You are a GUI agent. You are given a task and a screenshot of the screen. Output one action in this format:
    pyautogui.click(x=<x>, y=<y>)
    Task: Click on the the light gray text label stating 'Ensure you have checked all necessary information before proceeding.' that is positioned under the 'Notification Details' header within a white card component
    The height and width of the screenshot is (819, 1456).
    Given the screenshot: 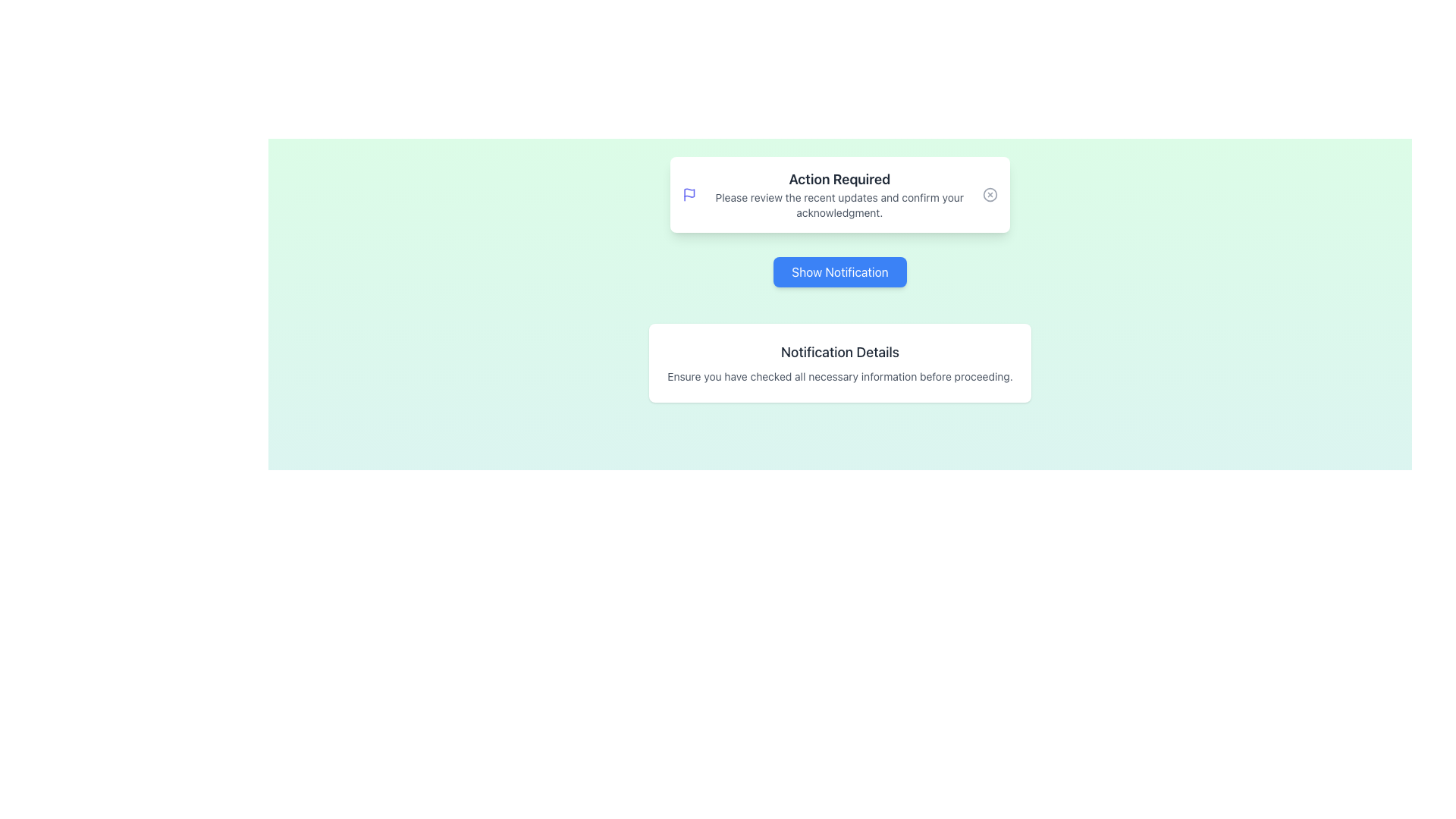 What is the action you would take?
    pyautogui.click(x=839, y=376)
    